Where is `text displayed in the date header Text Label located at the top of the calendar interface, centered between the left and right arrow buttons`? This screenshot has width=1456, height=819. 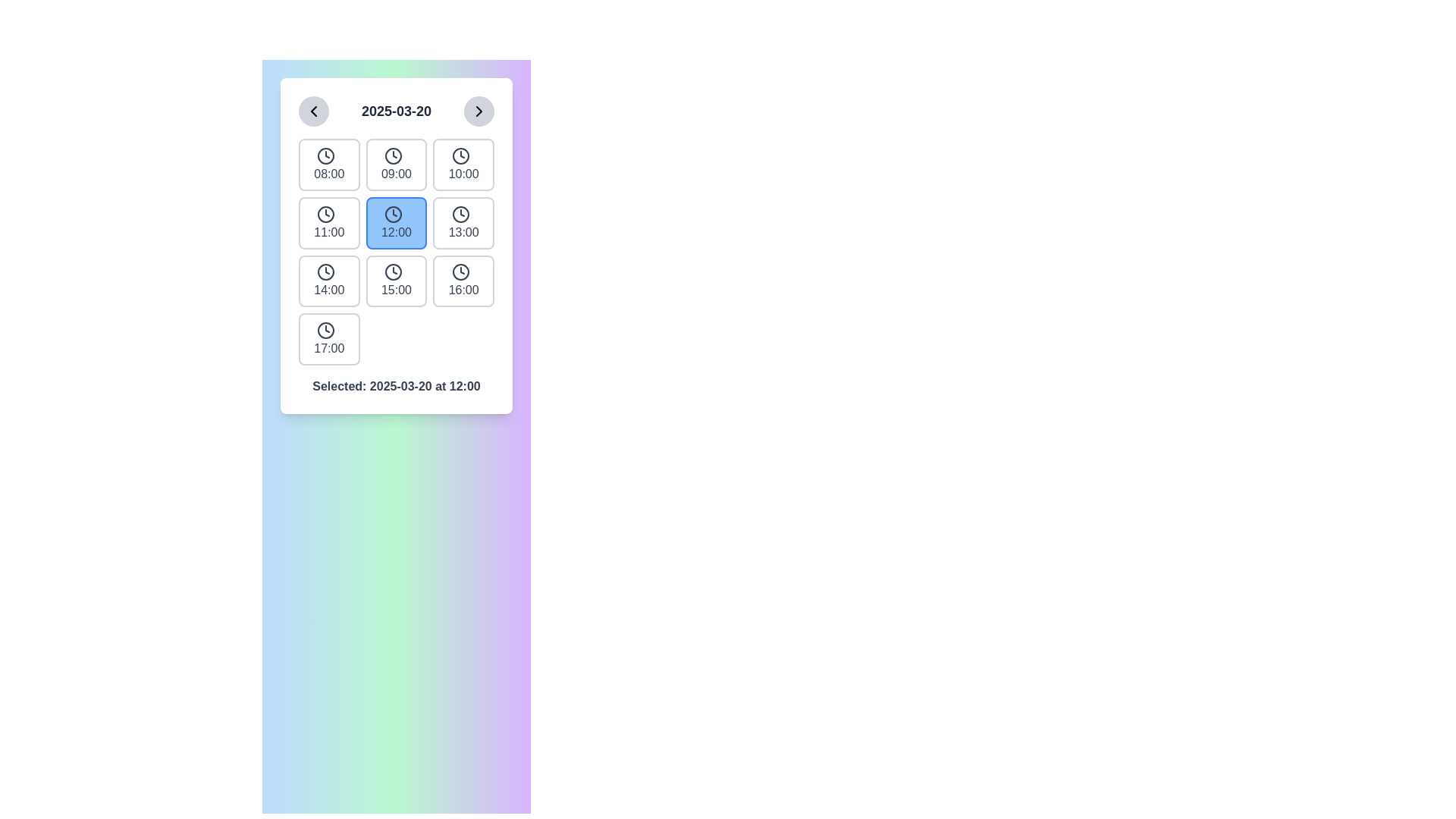
text displayed in the date header Text Label located at the top of the calendar interface, centered between the left and right arrow buttons is located at coordinates (397, 110).